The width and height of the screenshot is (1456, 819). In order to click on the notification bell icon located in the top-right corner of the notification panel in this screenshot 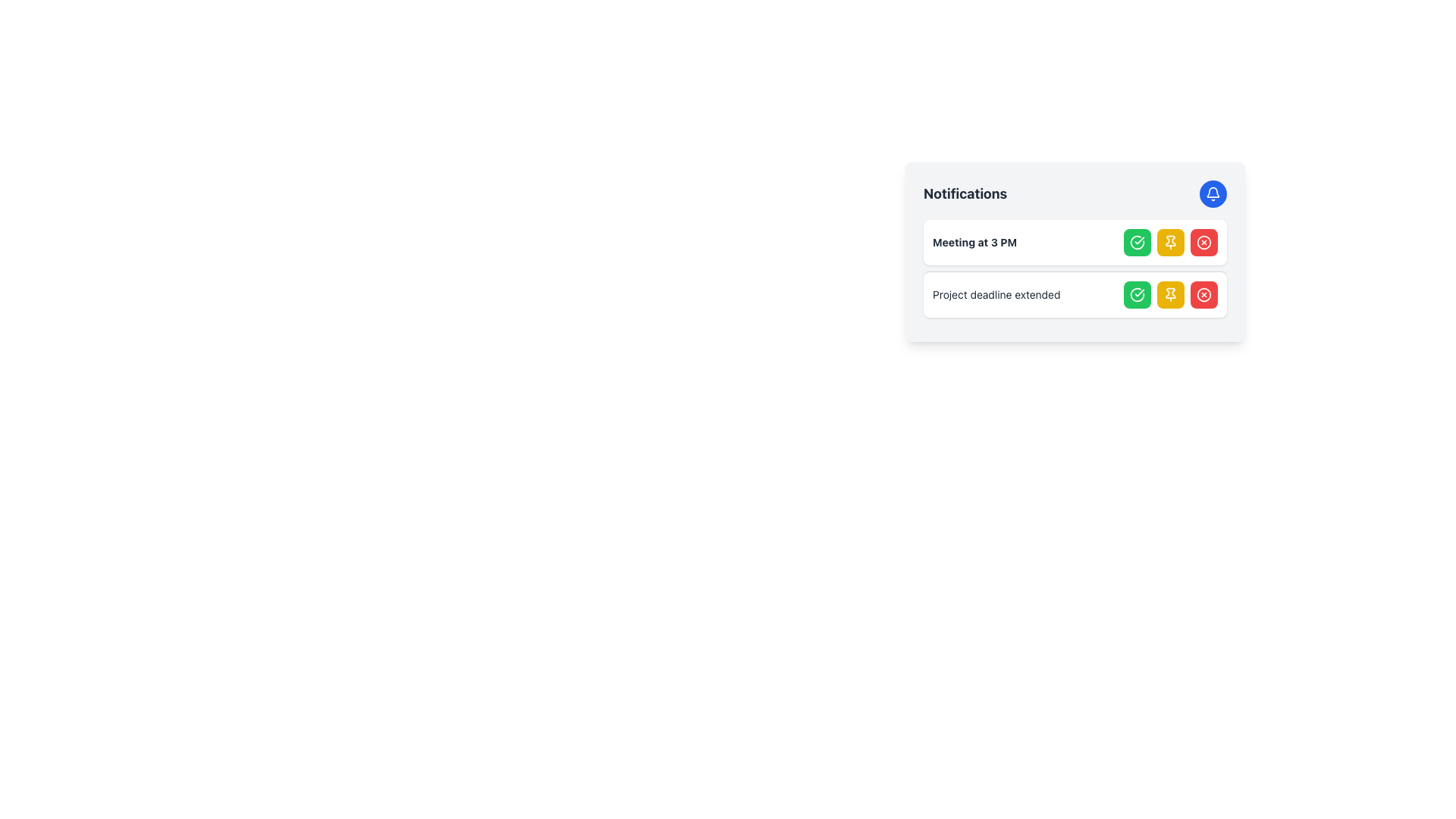, I will do `click(1212, 193)`.